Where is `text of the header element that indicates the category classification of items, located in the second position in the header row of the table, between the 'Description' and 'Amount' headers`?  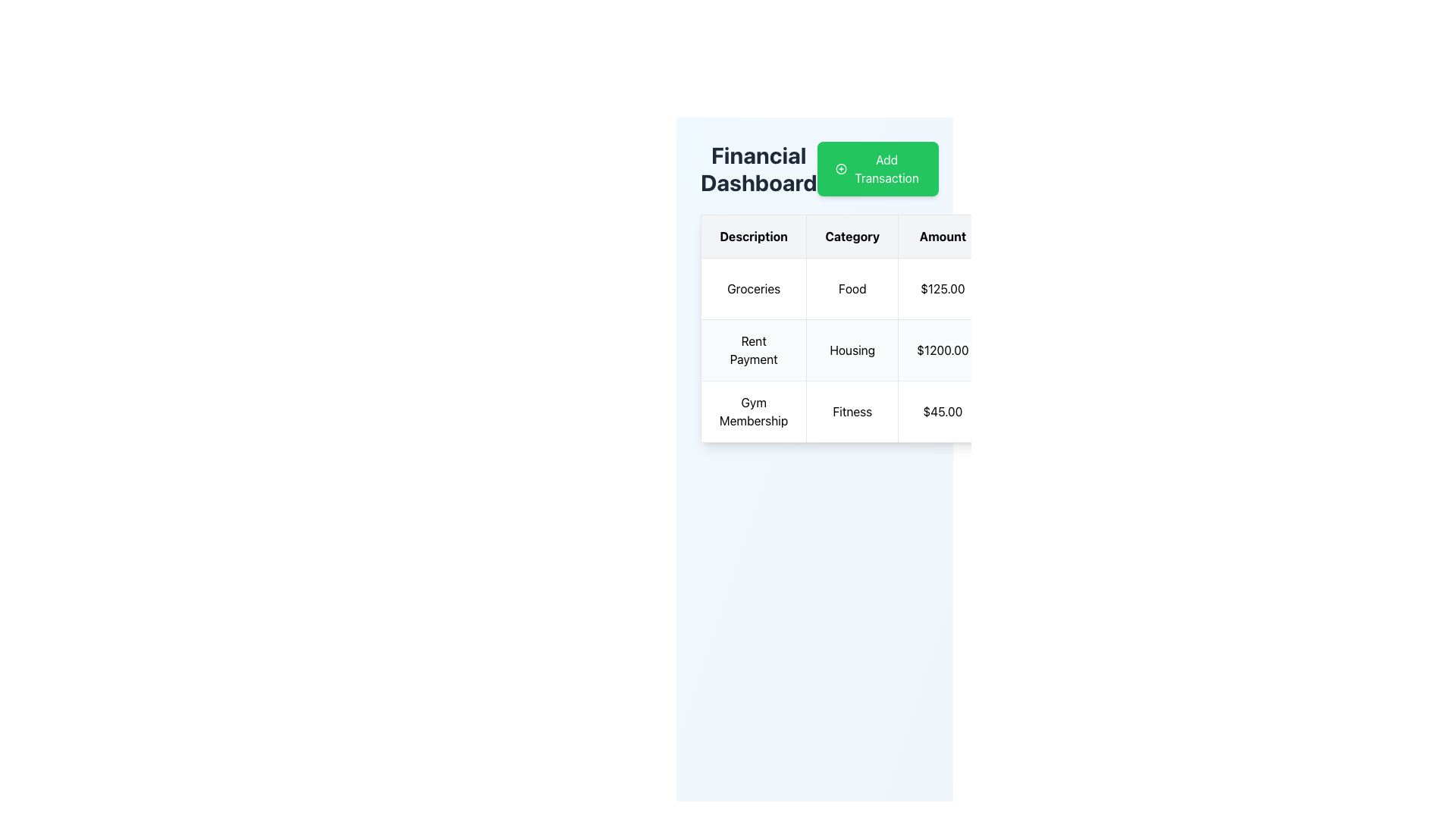 text of the header element that indicates the category classification of items, located in the second position in the header row of the table, between the 'Description' and 'Amount' headers is located at coordinates (852, 237).